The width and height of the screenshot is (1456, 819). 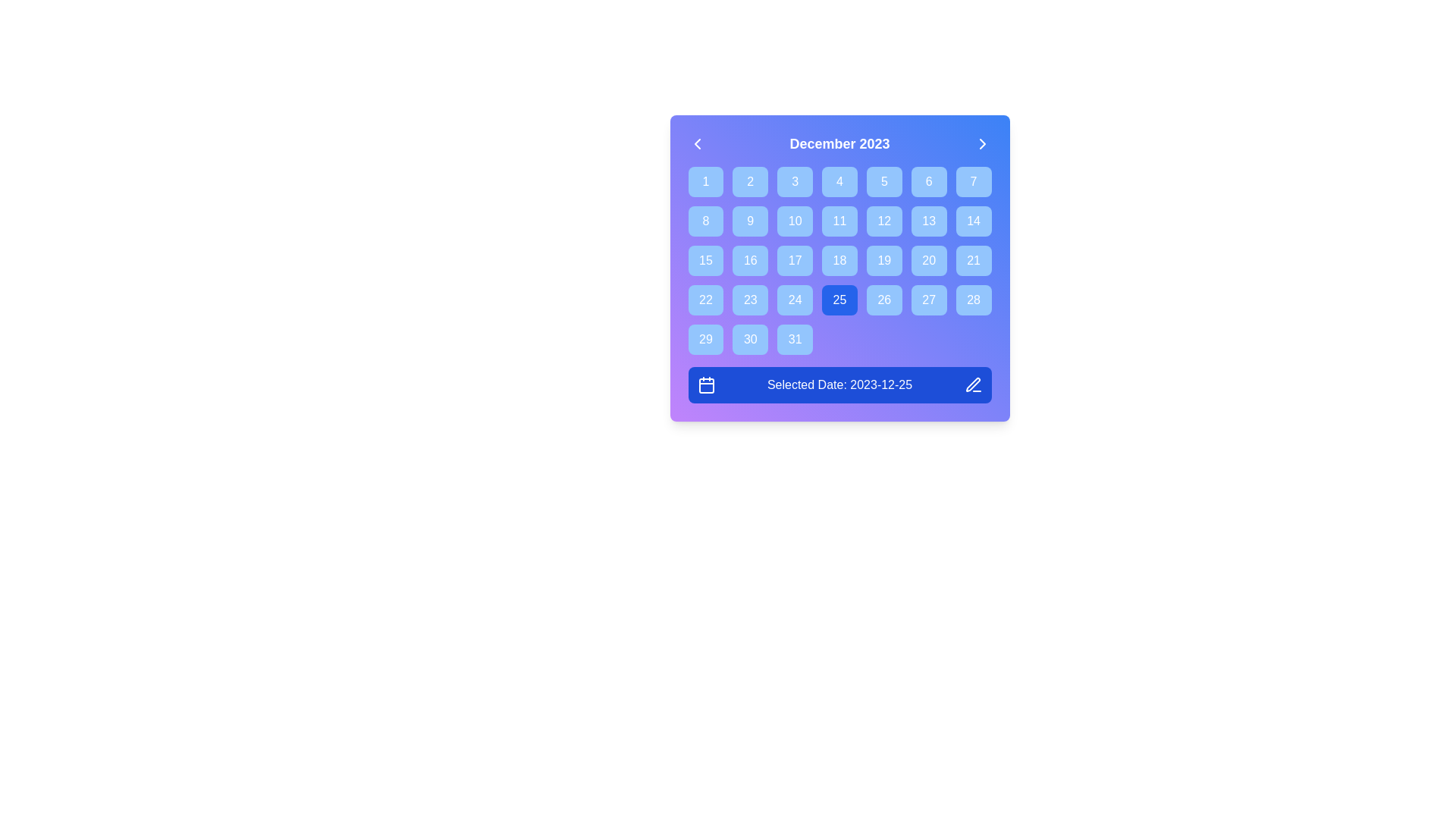 I want to click on the button representing the 5th day in the calendar, so click(x=884, y=180).